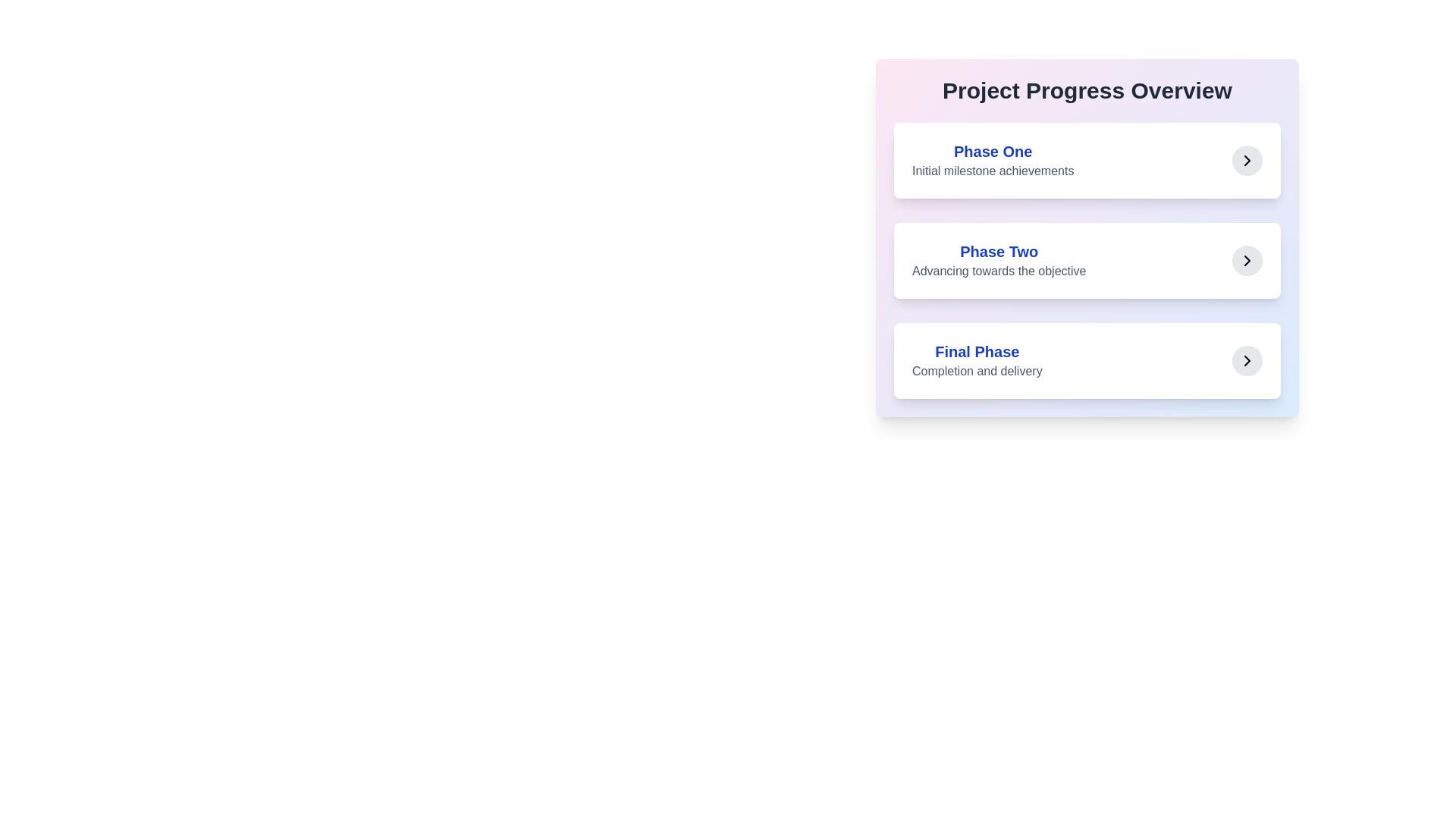  I want to click on the Icon Button (Chevron Arrow) located on the right side of the row labeled 'Phase Two', so click(1247, 259).